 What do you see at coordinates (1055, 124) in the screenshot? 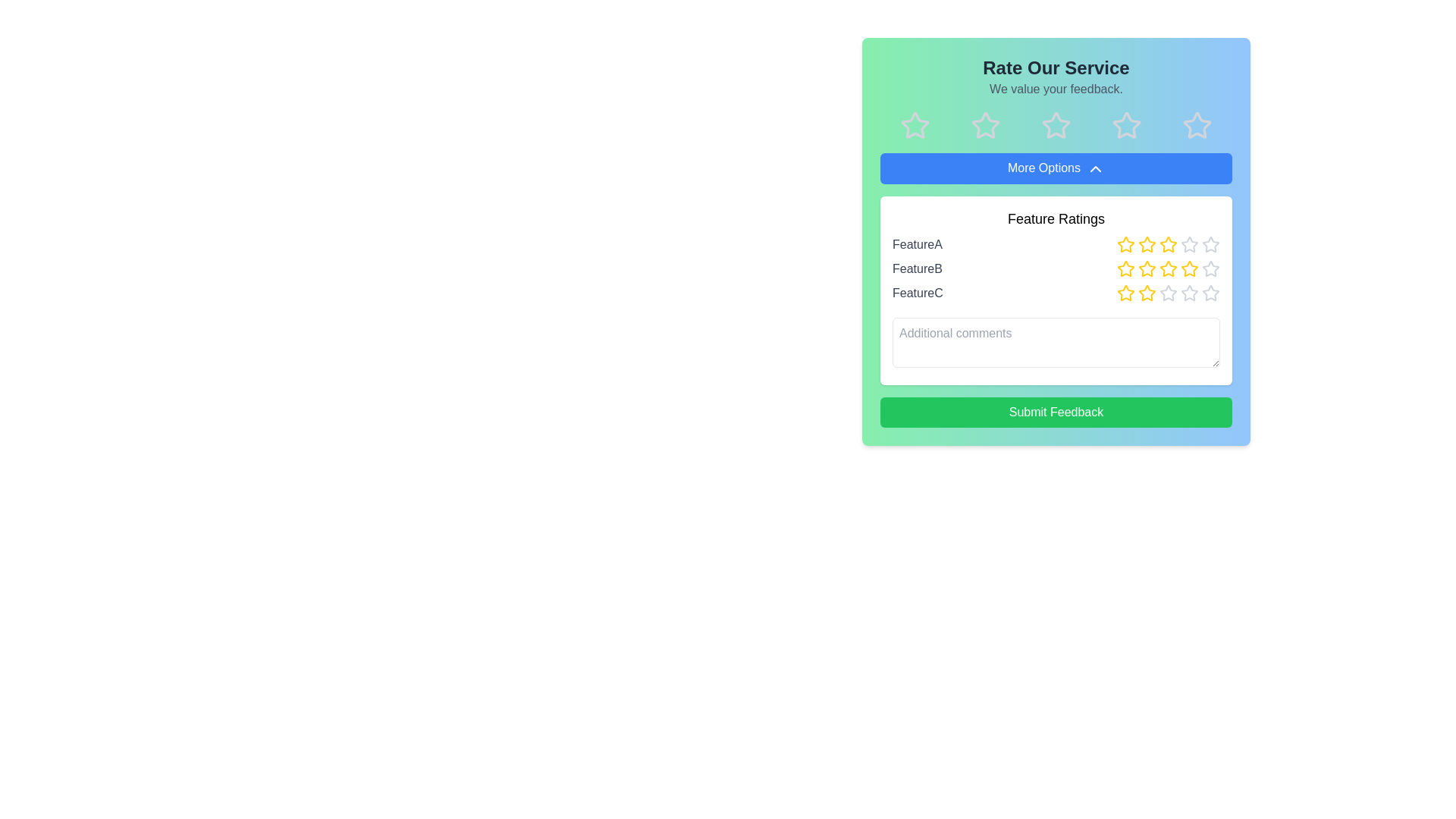
I see `the third rating star in the row of five stars` at bounding box center [1055, 124].